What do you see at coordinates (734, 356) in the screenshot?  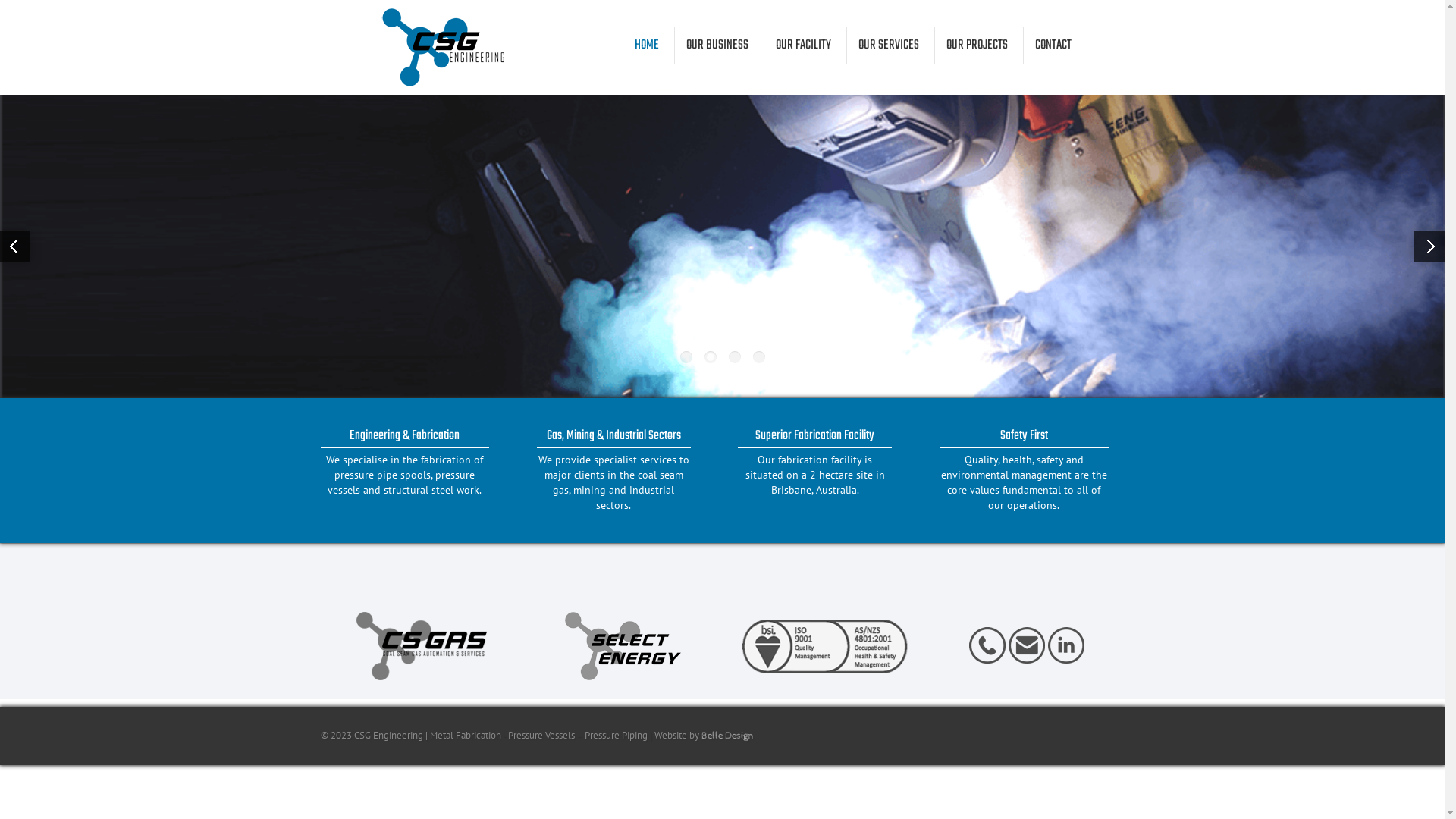 I see `'3'` at bounding box center [734, 356].